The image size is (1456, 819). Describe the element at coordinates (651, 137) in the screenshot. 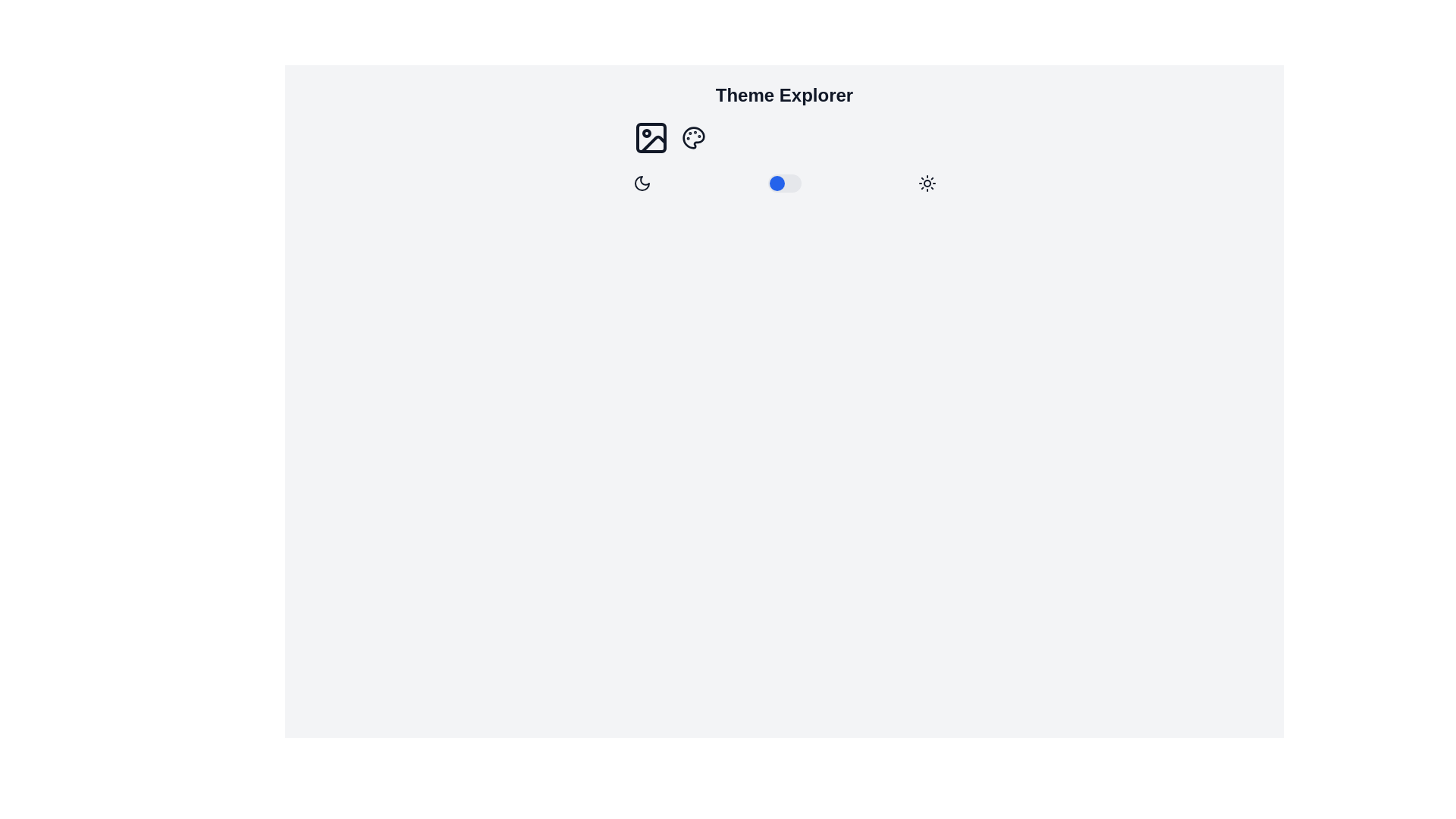

I see `the first icon located on the leftmost side of the horizontal group of icons under 'Theme Explorer'` at that location.